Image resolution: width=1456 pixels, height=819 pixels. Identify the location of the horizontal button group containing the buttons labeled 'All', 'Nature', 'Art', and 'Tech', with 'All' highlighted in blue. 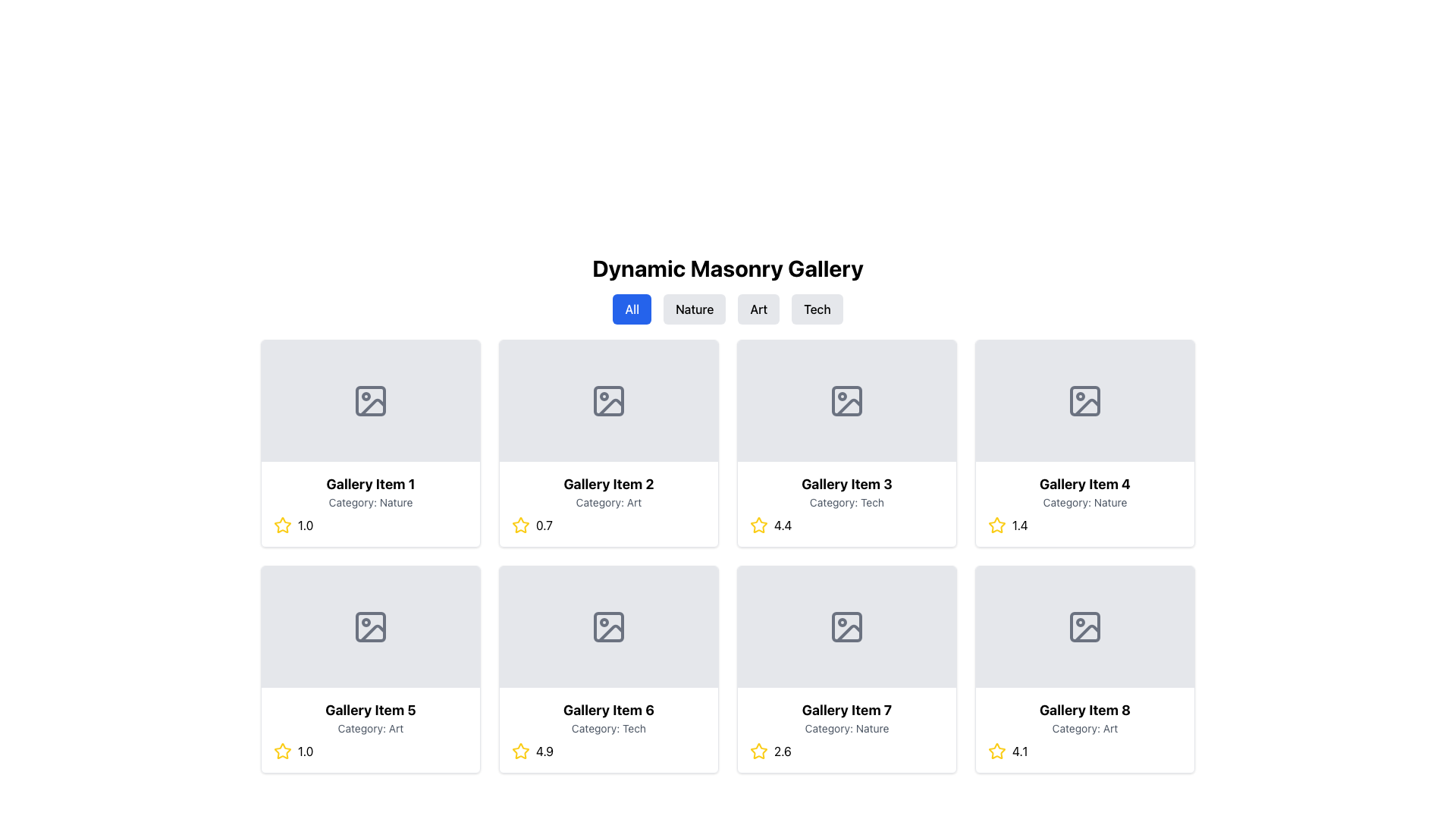
(728, 309).